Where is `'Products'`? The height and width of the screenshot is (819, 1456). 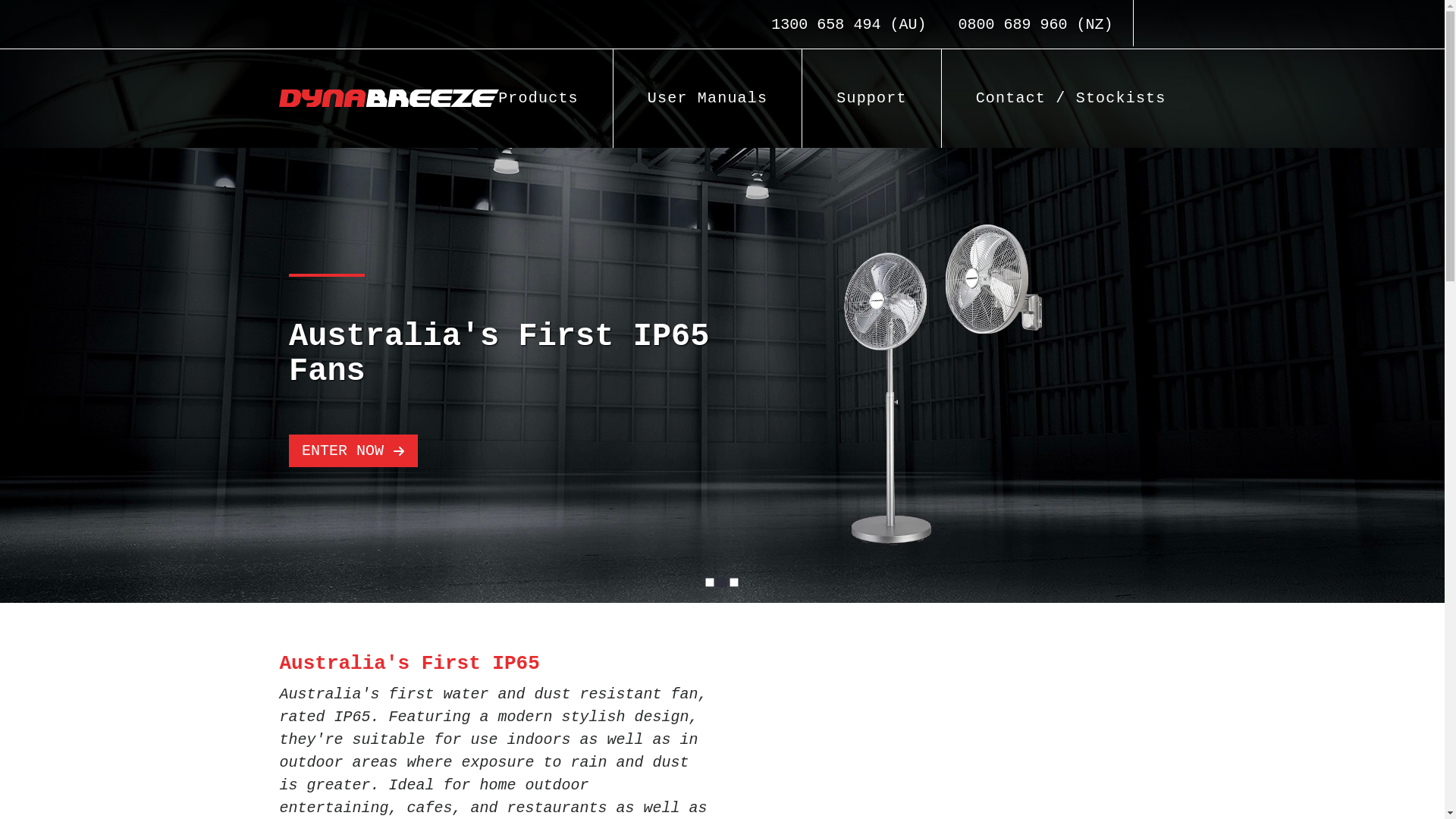 'Products' is located at coordinates (538, 99).